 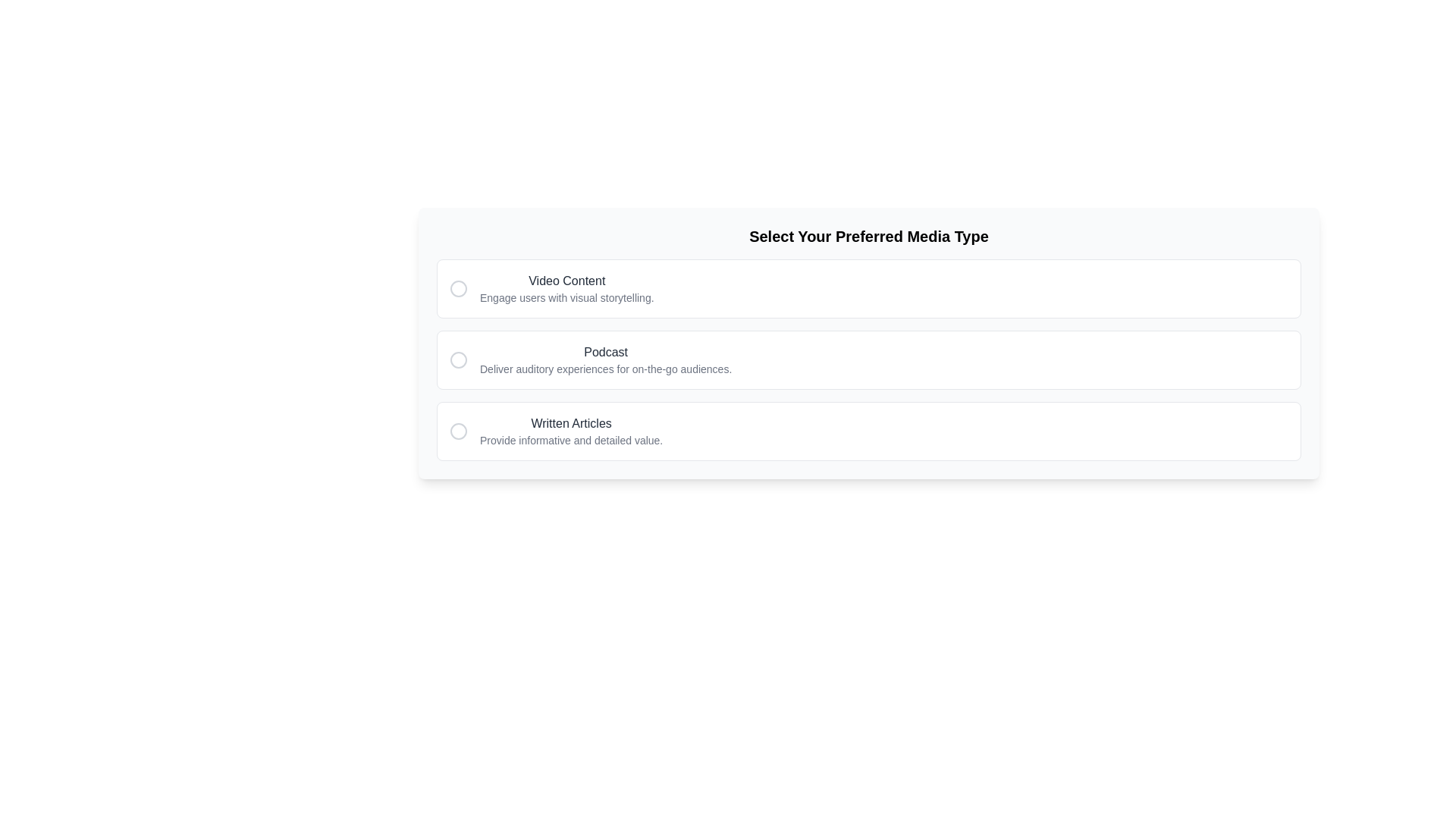 What do you see at coordinates (869, 359) in the screenshot?
I see `the second card in the list that represents 'Podcast'` at bounding box center [869, 359].